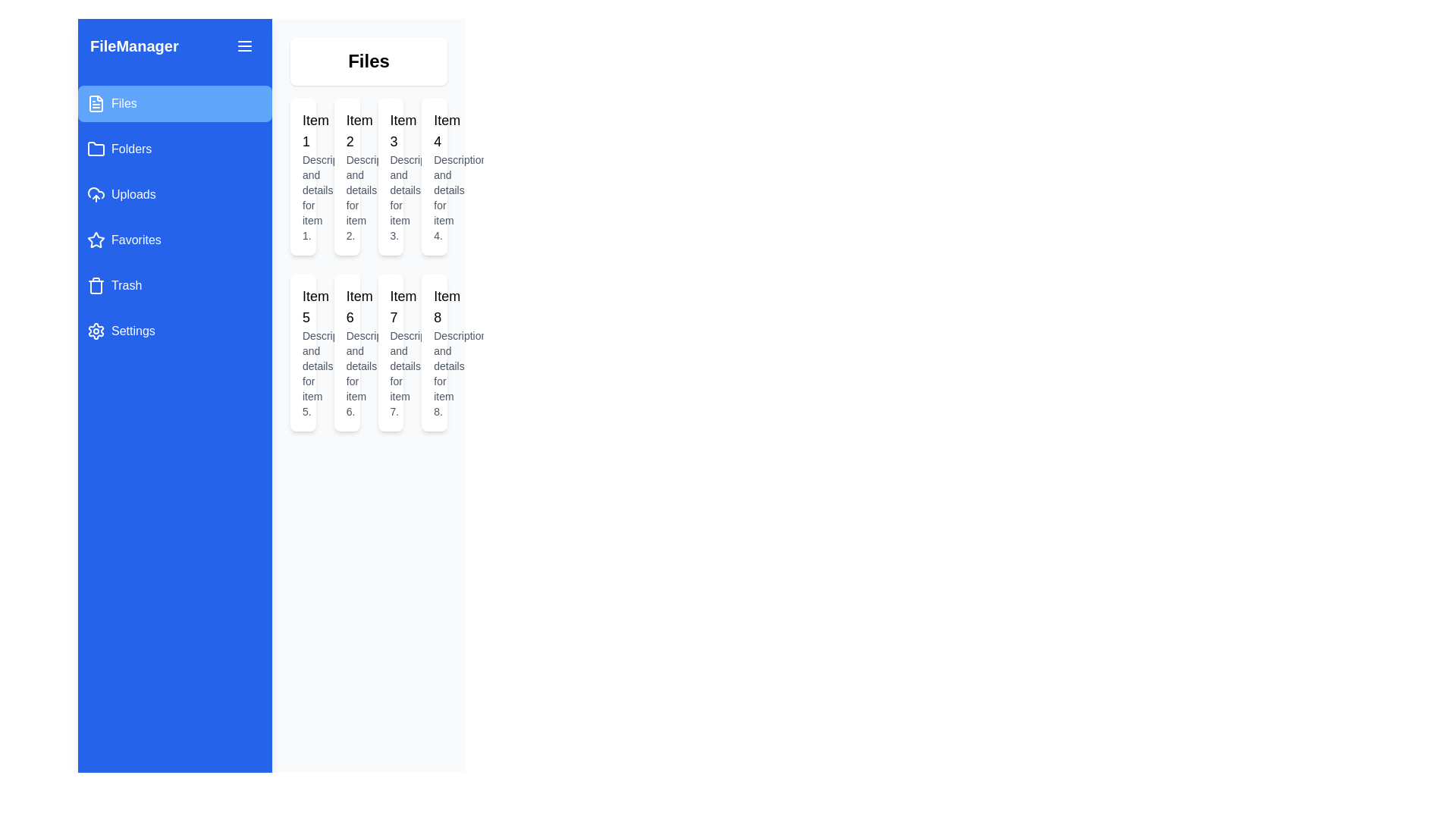 This screenshot has width=1456, height=819. I want to click on the 'Favorites' text label in the navigation menu, so click(136, 239).